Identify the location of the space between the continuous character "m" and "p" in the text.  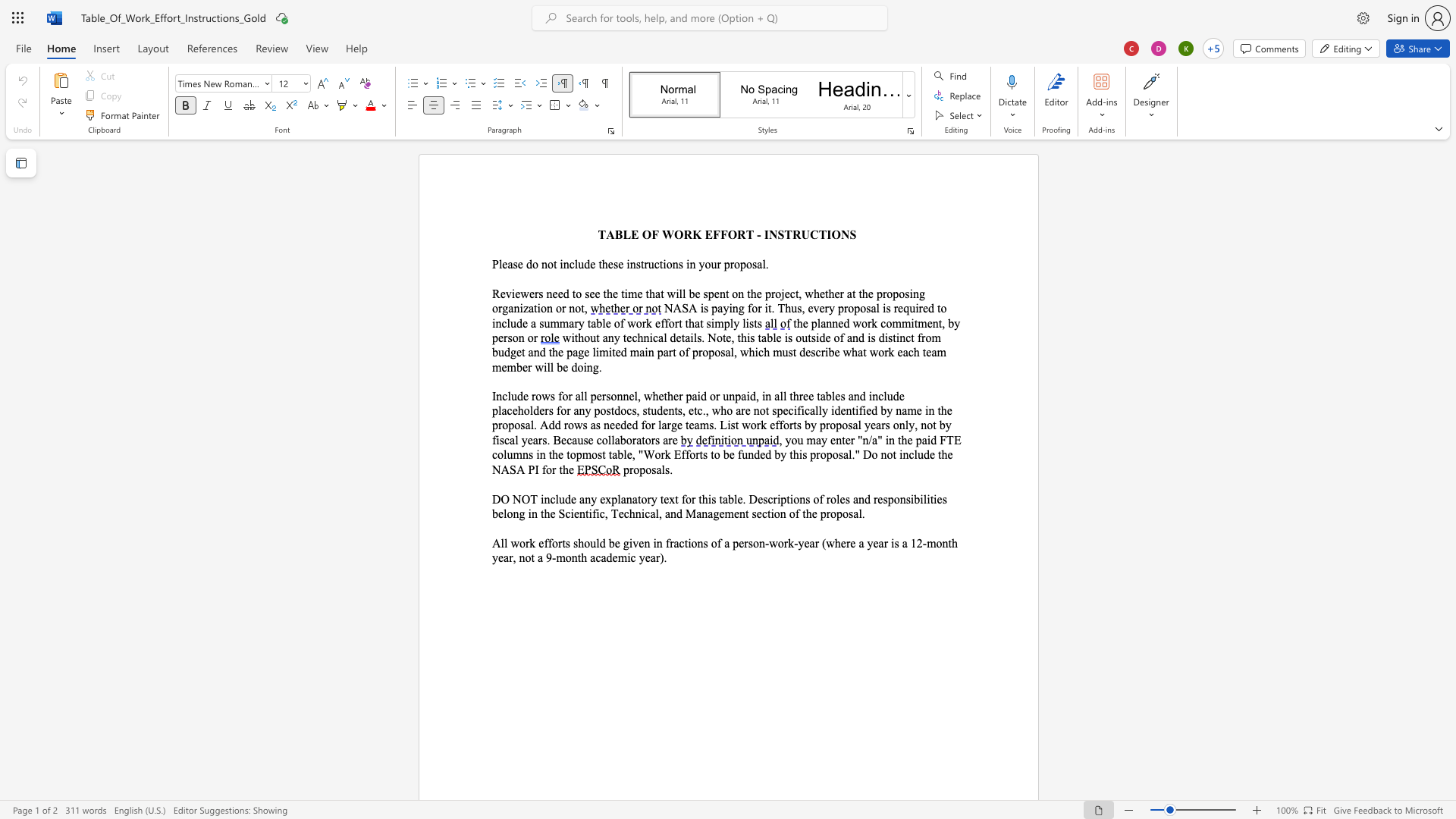
(722, 322).